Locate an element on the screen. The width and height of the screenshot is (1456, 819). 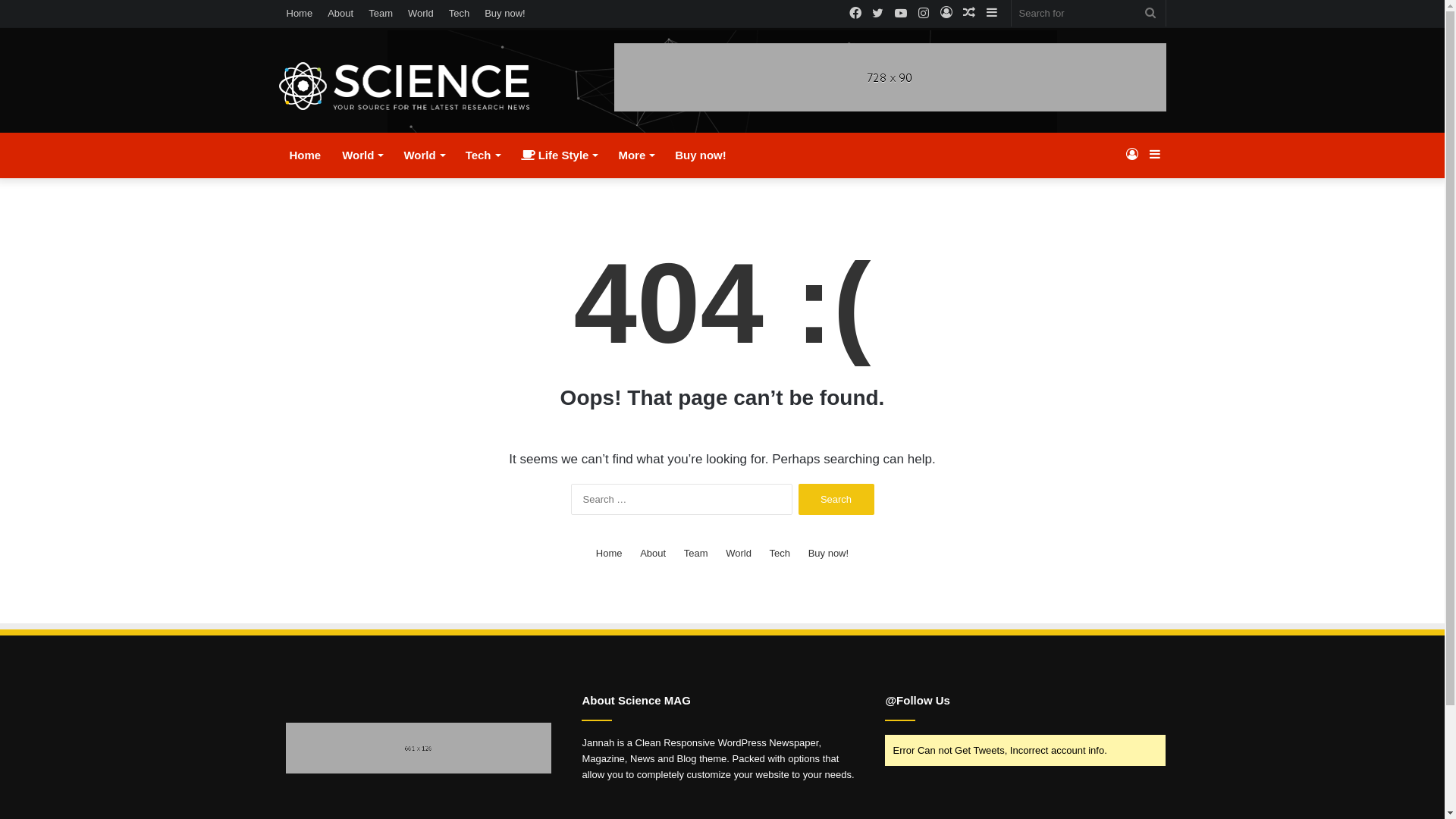
'Team' is located at coordinates (381, 13).